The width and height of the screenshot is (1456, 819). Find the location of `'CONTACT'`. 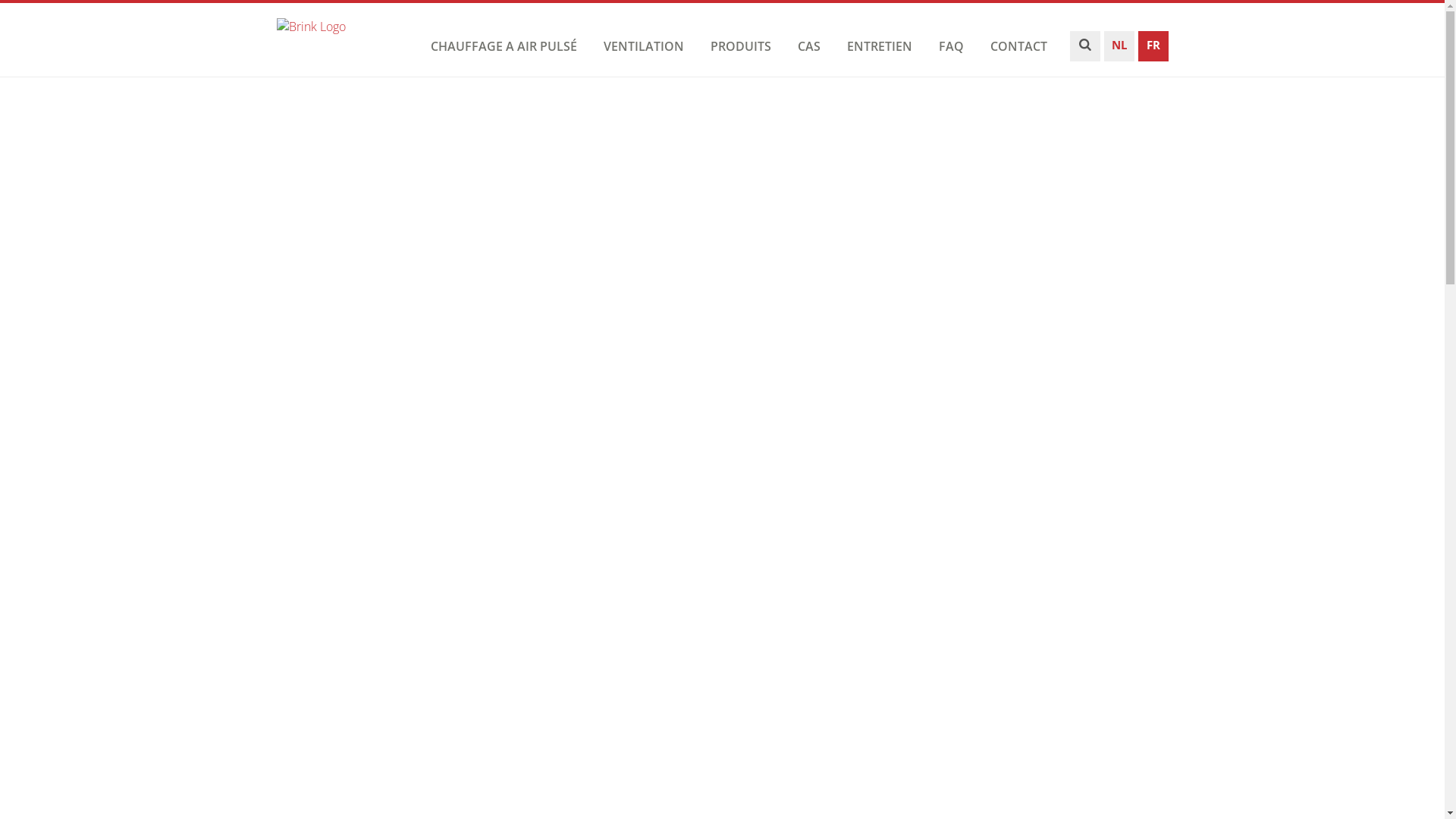

'CONTACT' is located at coordinates (1018, 45).